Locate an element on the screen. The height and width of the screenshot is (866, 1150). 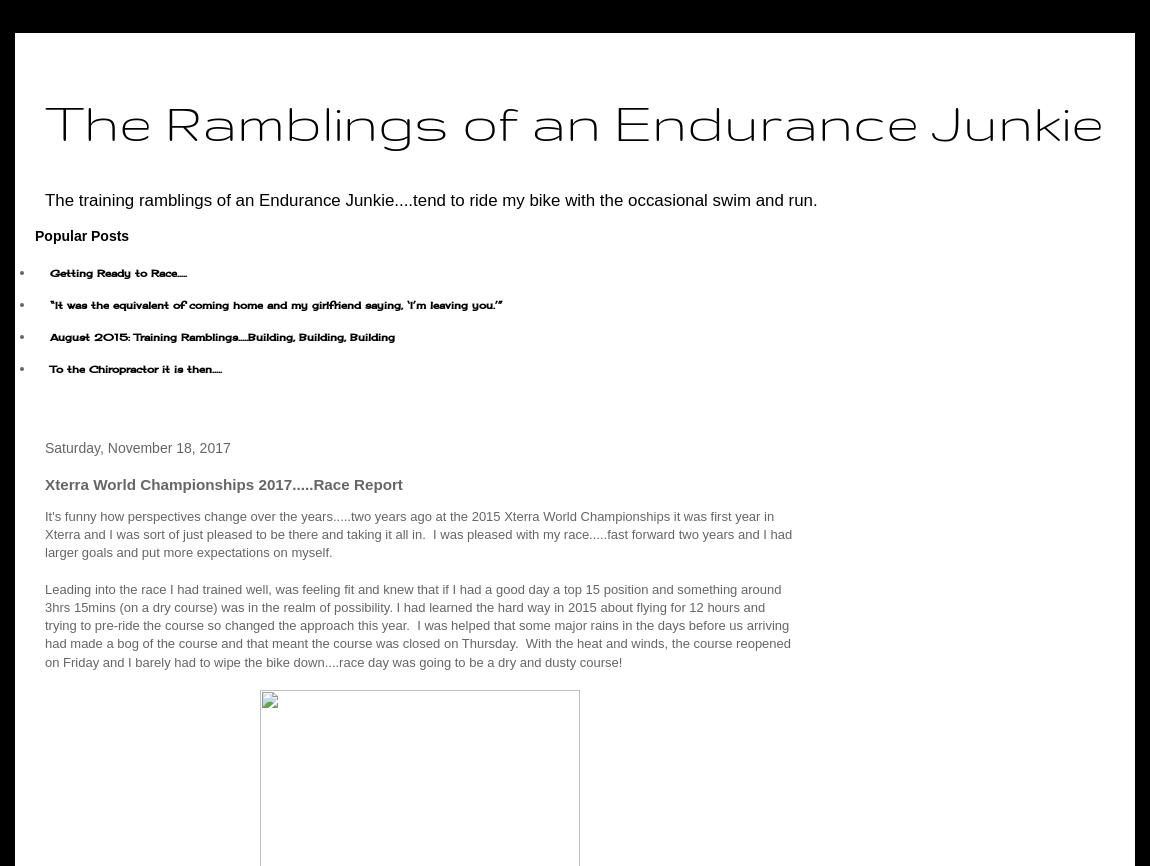
'Saturday, November 18, 2017' is located at coordinates (136, 447).